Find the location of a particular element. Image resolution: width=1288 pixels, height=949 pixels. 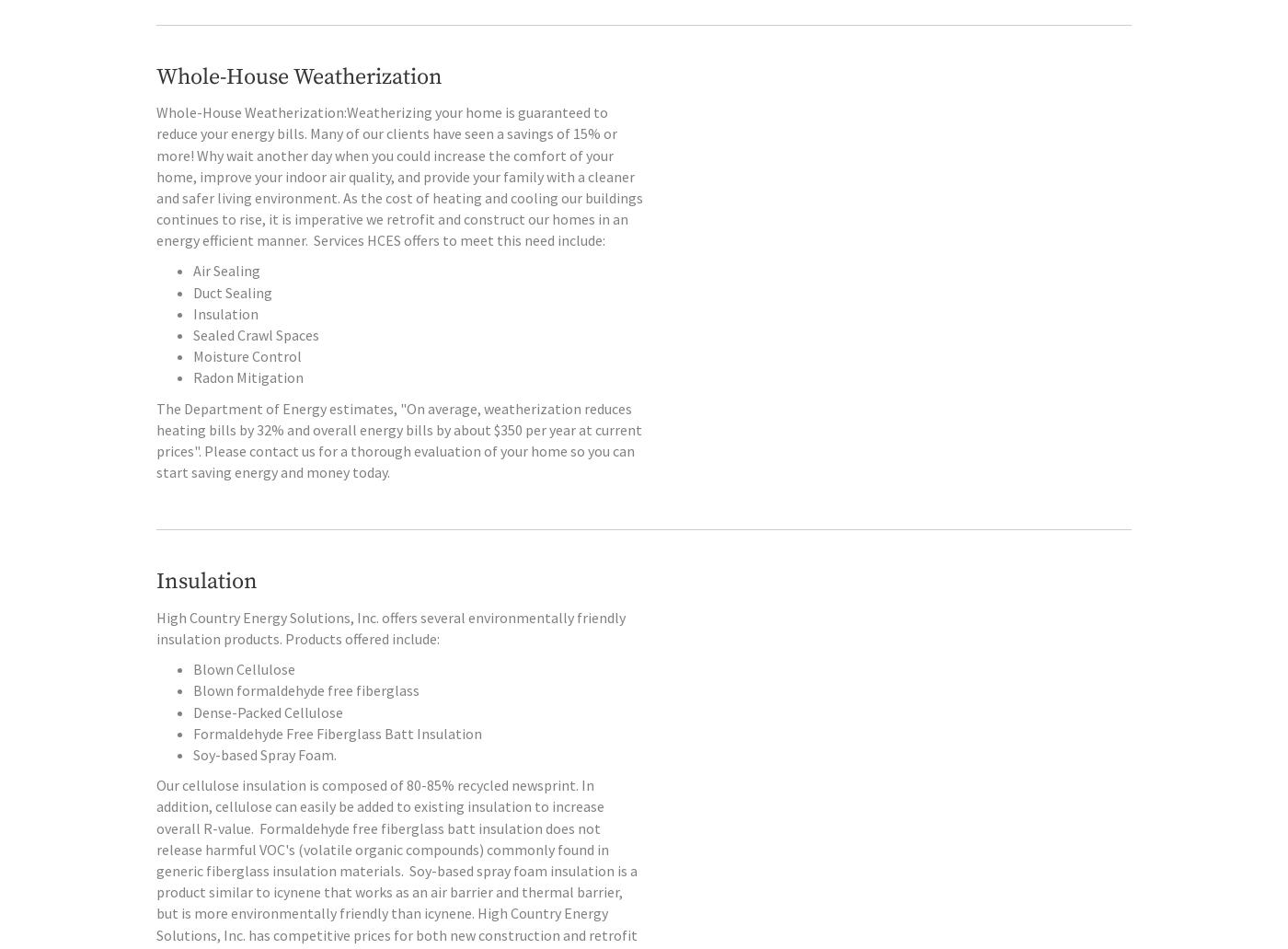

'to reduce your energy bills. Many of our clients have seen a savings of 15% or more! Why wait another day when you could increase the comfort of your home, improve your indoor air quality, and provide your family with a cleaner and safer living environment. As the cost of heating and cooling our buildings continues to rise, it is imperative we retrofit and construct our homes in an energy efficient manner.' is located at coordinates (399, 214).